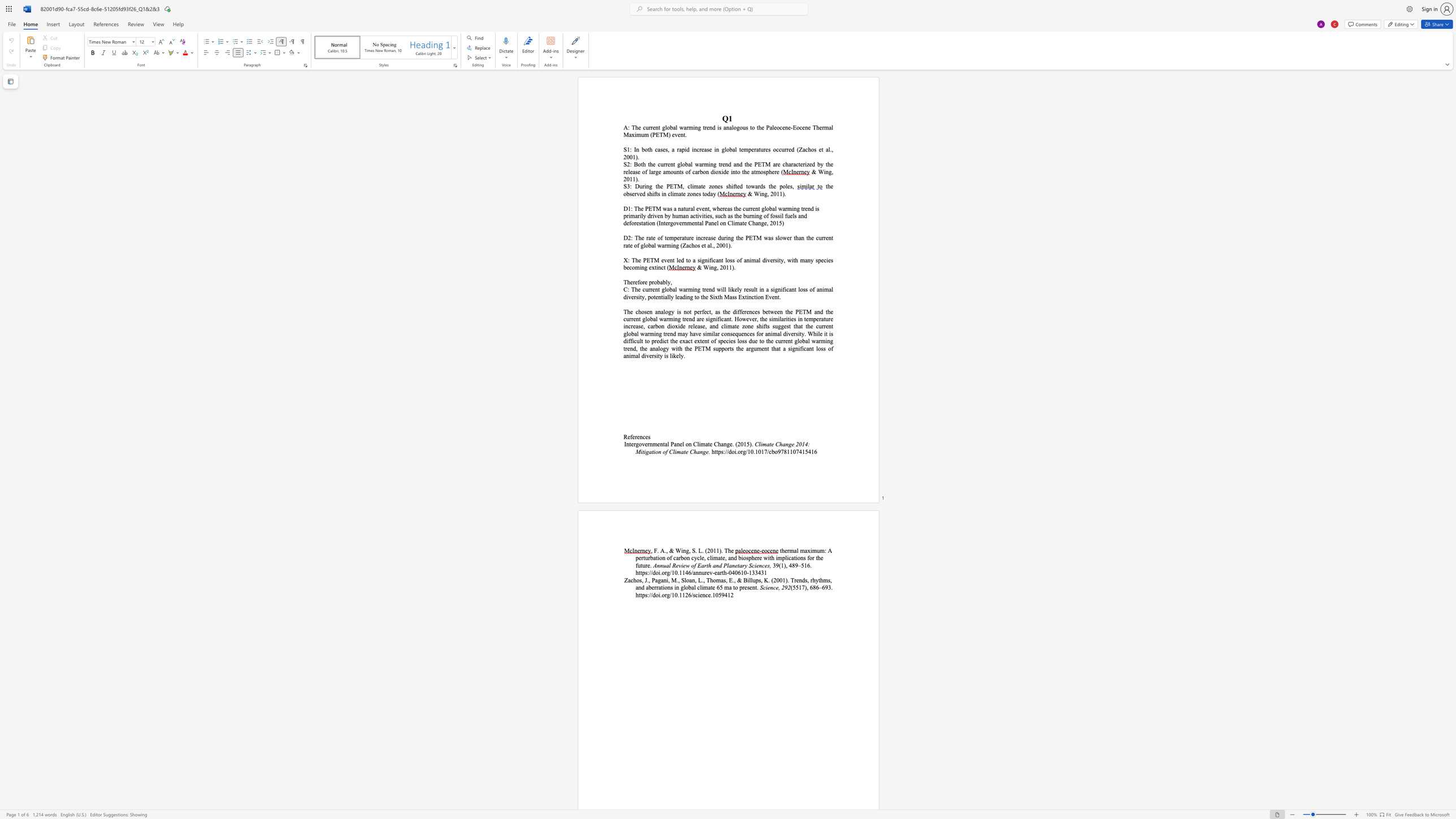  I want to click on the 1th character "p" in the text, so click(719, 451).